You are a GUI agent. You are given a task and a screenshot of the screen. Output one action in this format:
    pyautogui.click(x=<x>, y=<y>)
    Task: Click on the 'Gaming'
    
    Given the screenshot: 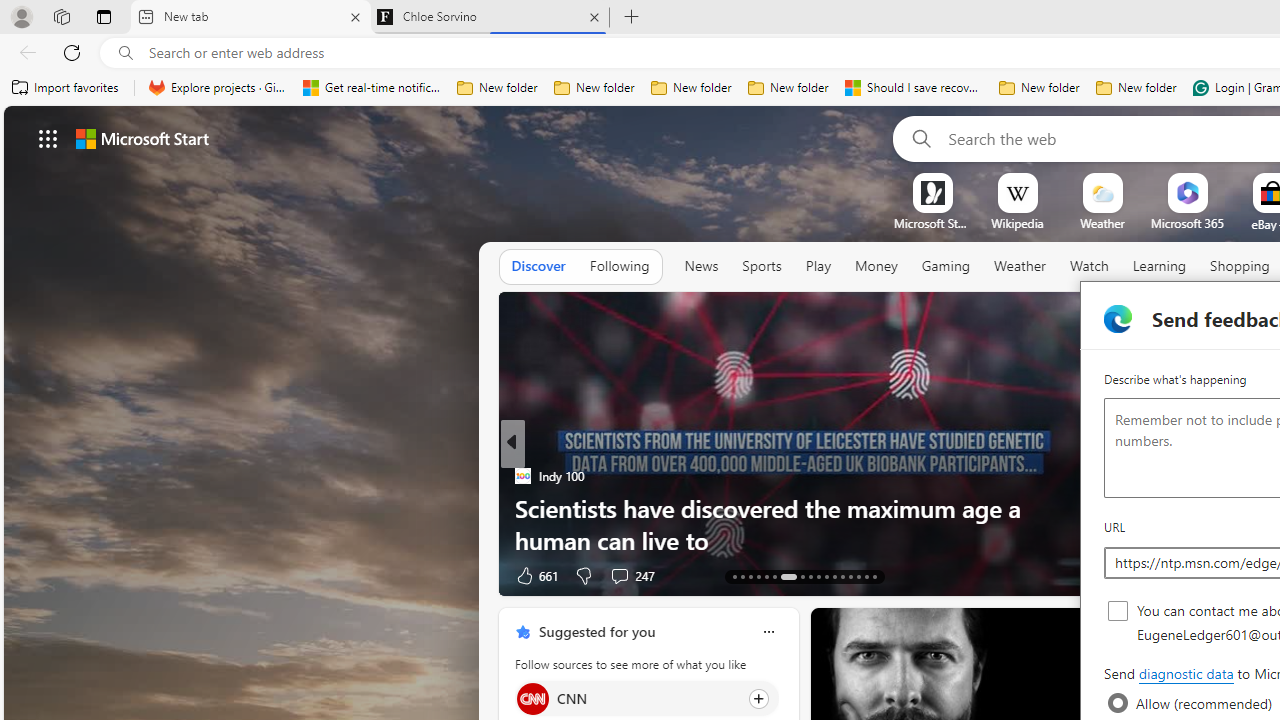 What is the action you would take?
    pyautogui.click(x=944, y=265)
    